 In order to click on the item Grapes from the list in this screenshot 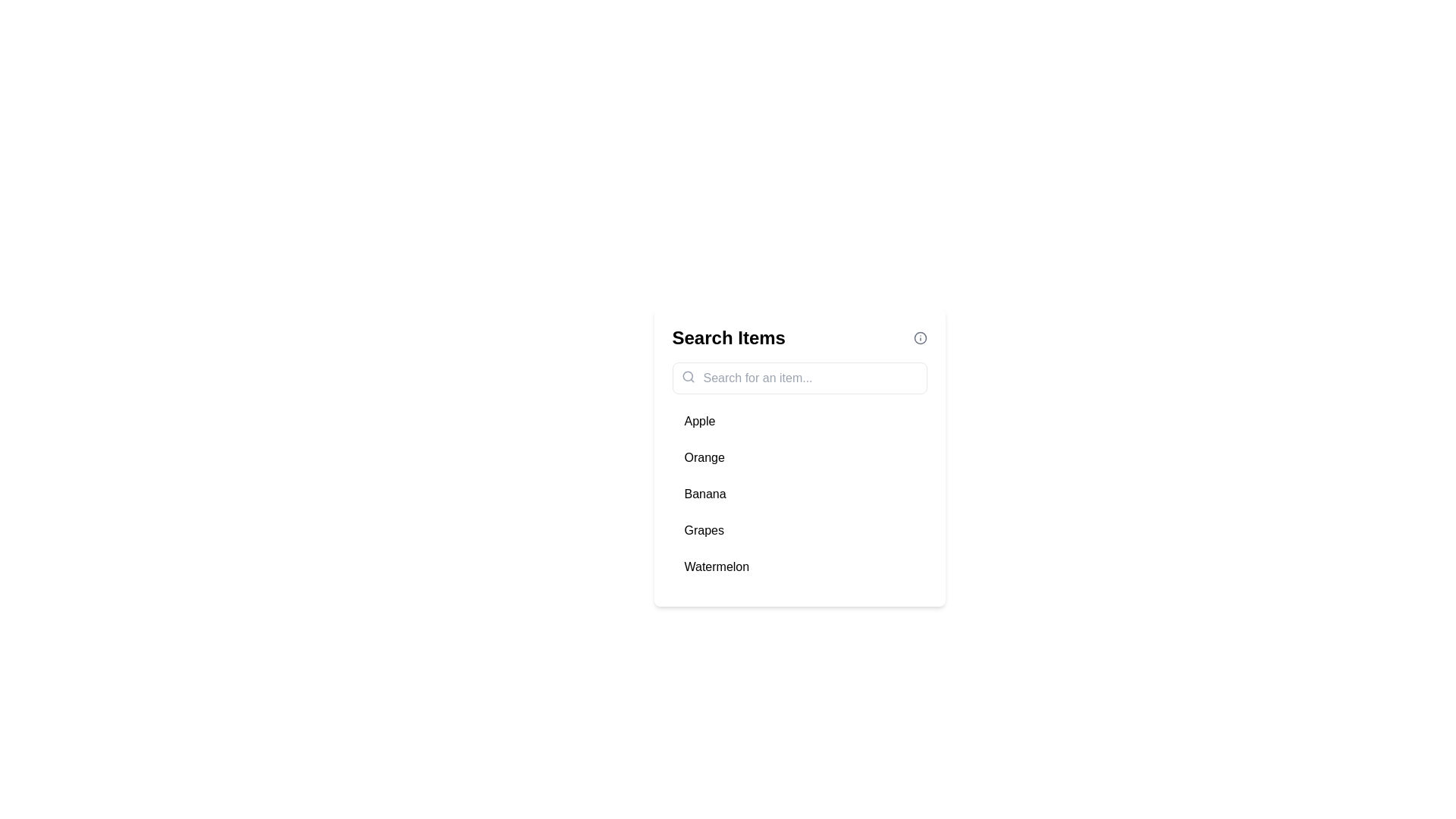, I will do `click(799, 529)`.